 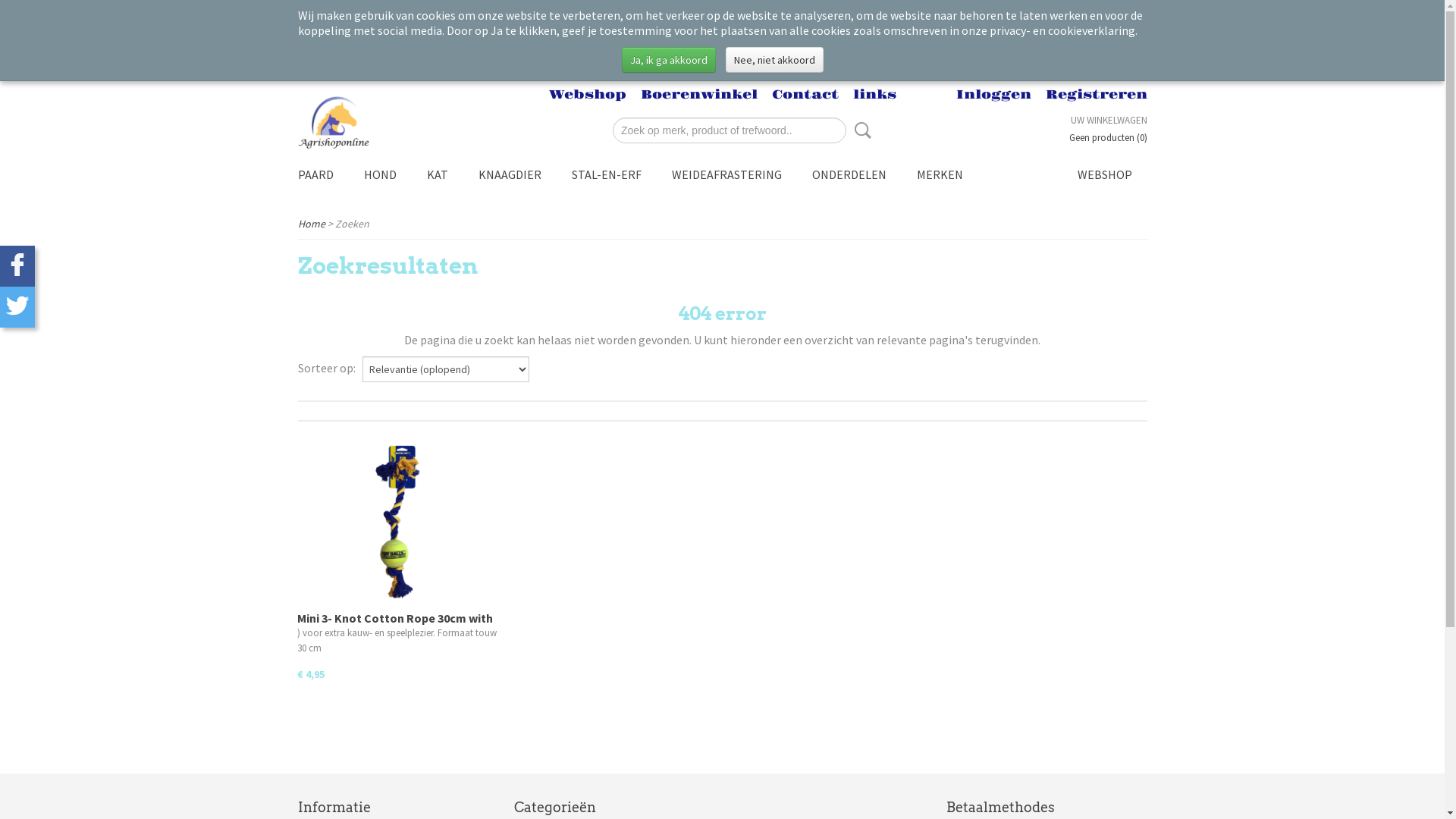 I want to click on 'Webshop', so click(x=586, y=94).